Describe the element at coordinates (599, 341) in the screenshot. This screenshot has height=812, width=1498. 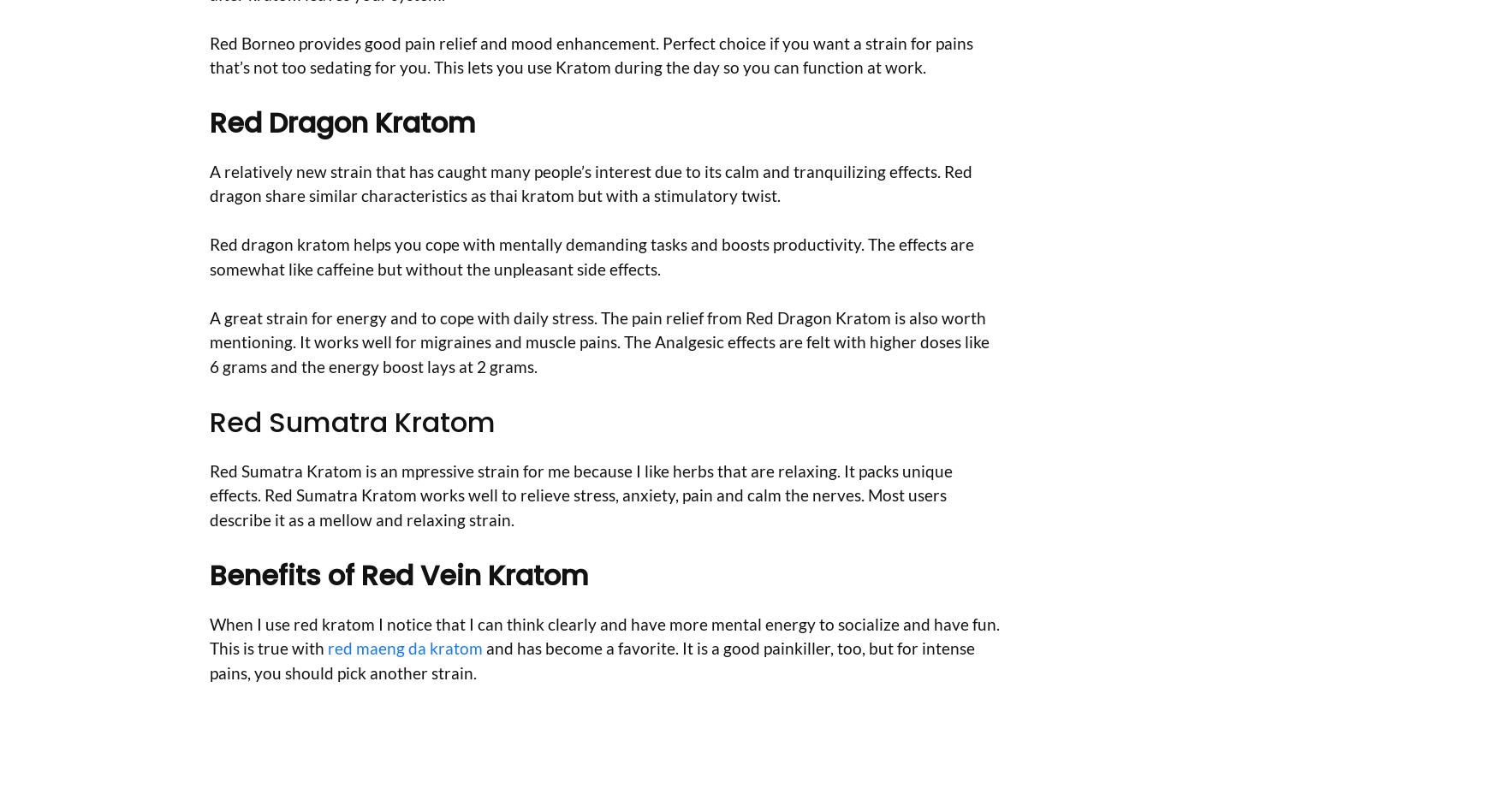
I see `'A great strain for energy and to cope with daily stress. The pain relief from Red Dragon Kratom is also worth mentioning. It works well for migraines and muscle pains. The Analgesic effects are felt with higher doses like 6 grams and the energy boost lays at 2 grams.'` at that location.